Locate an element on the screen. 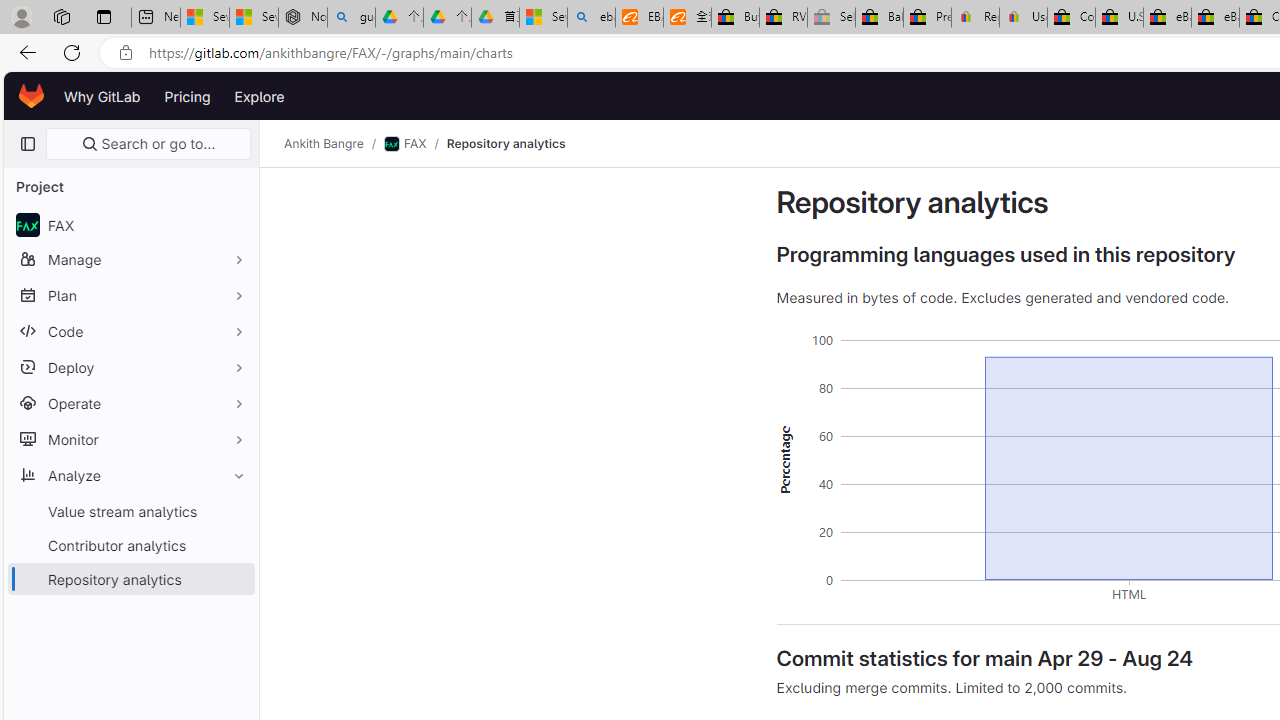 The width and height of the screenshot is (1280, 720). 'Primary navigation sidebar' is located at coordinates (27, 143).